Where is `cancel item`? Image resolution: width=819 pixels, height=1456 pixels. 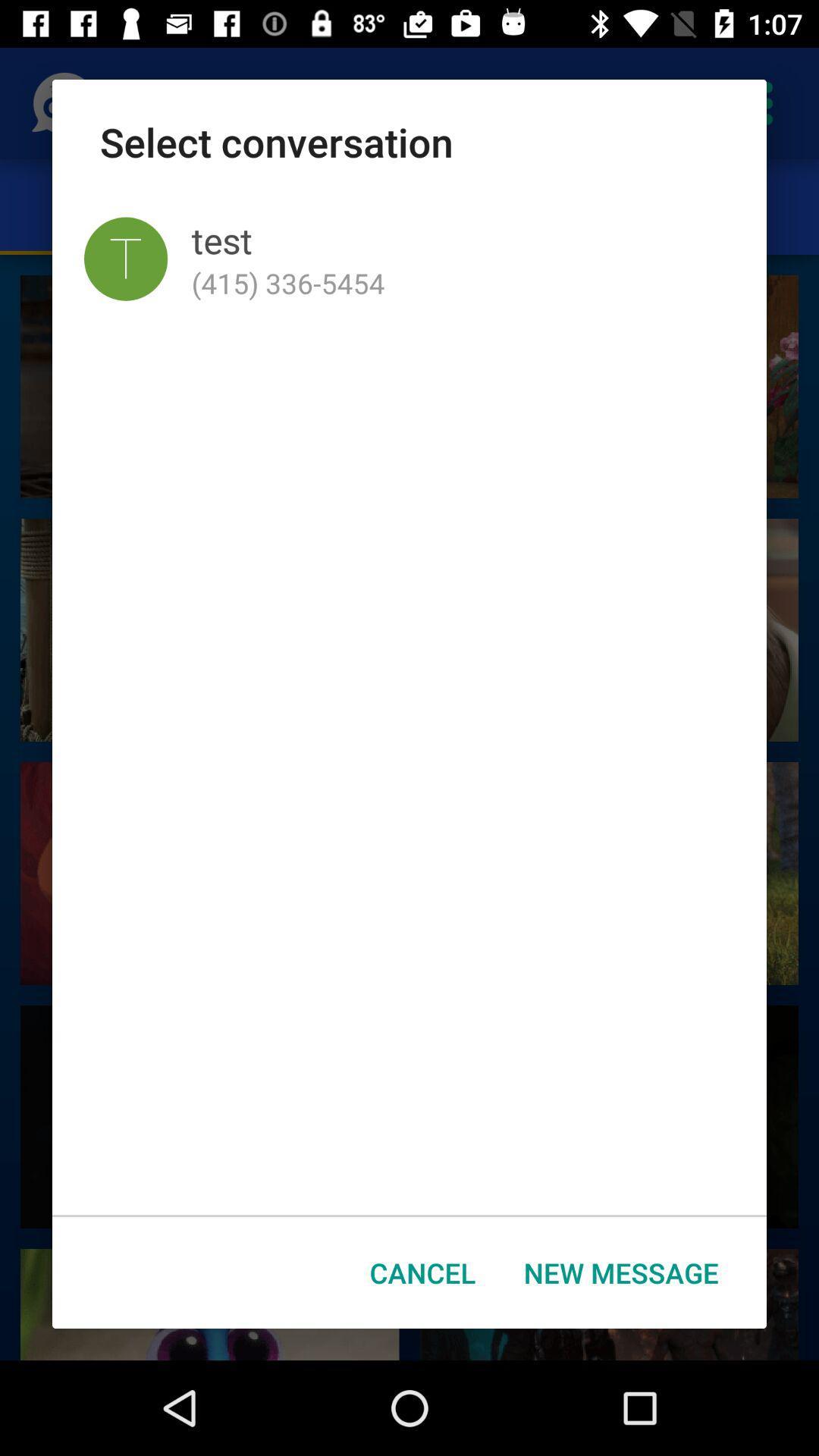
cancel item is located at coordinates (422, 1272).